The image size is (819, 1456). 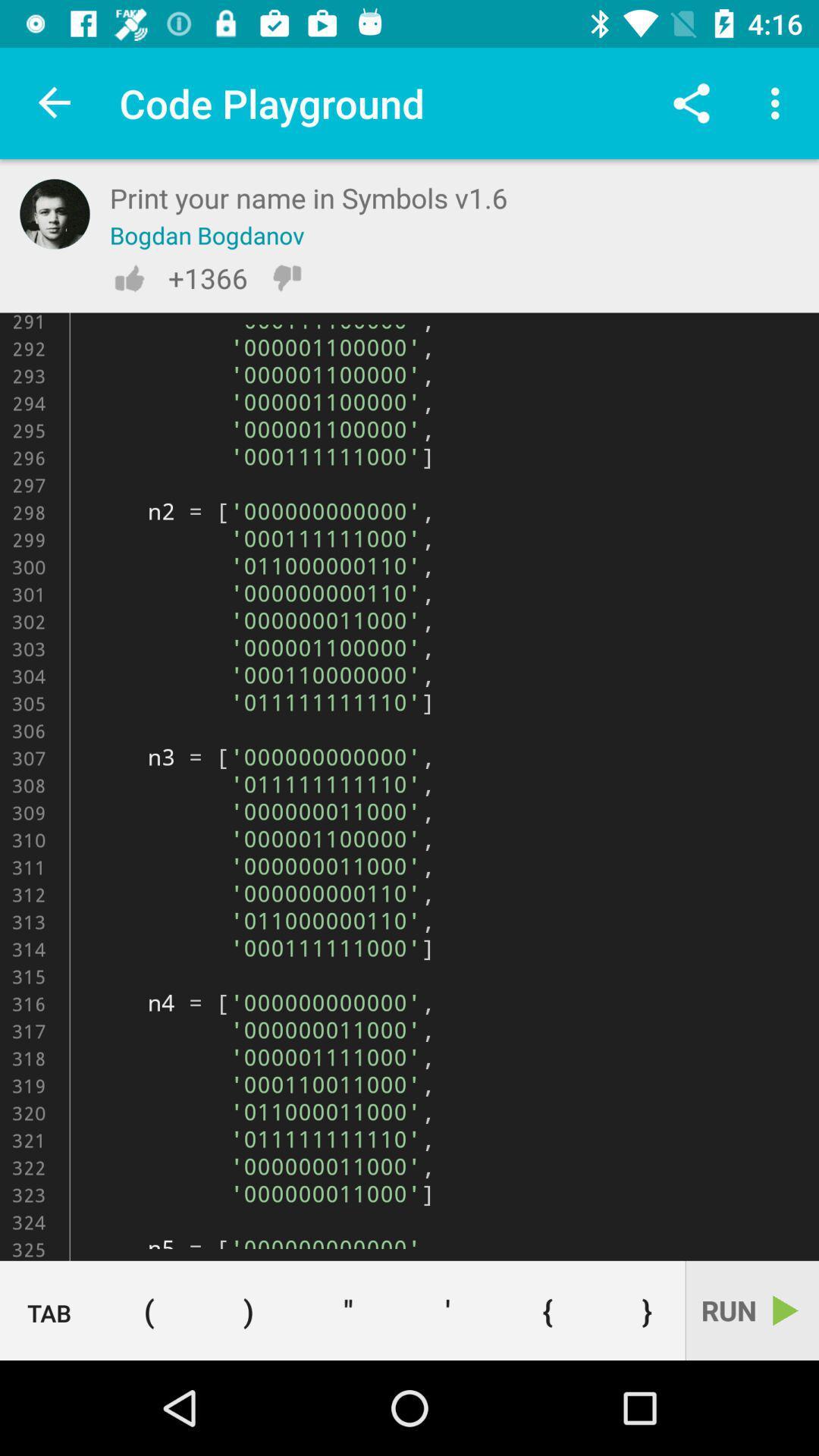 I want to click on down vote option, so click(x=287, y=278).